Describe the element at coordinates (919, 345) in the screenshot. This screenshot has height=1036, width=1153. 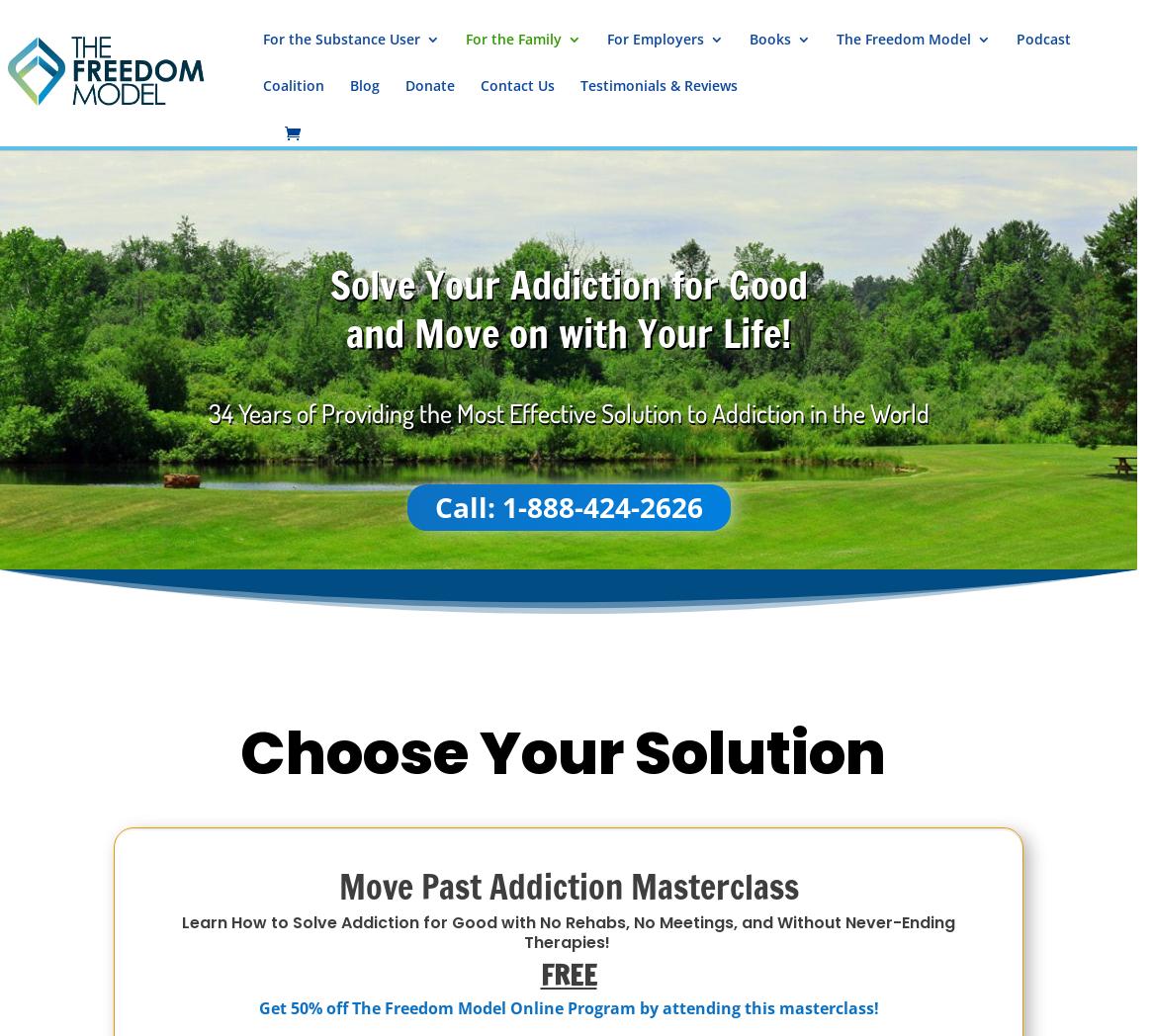
I see `'Success Rate'` at that location.